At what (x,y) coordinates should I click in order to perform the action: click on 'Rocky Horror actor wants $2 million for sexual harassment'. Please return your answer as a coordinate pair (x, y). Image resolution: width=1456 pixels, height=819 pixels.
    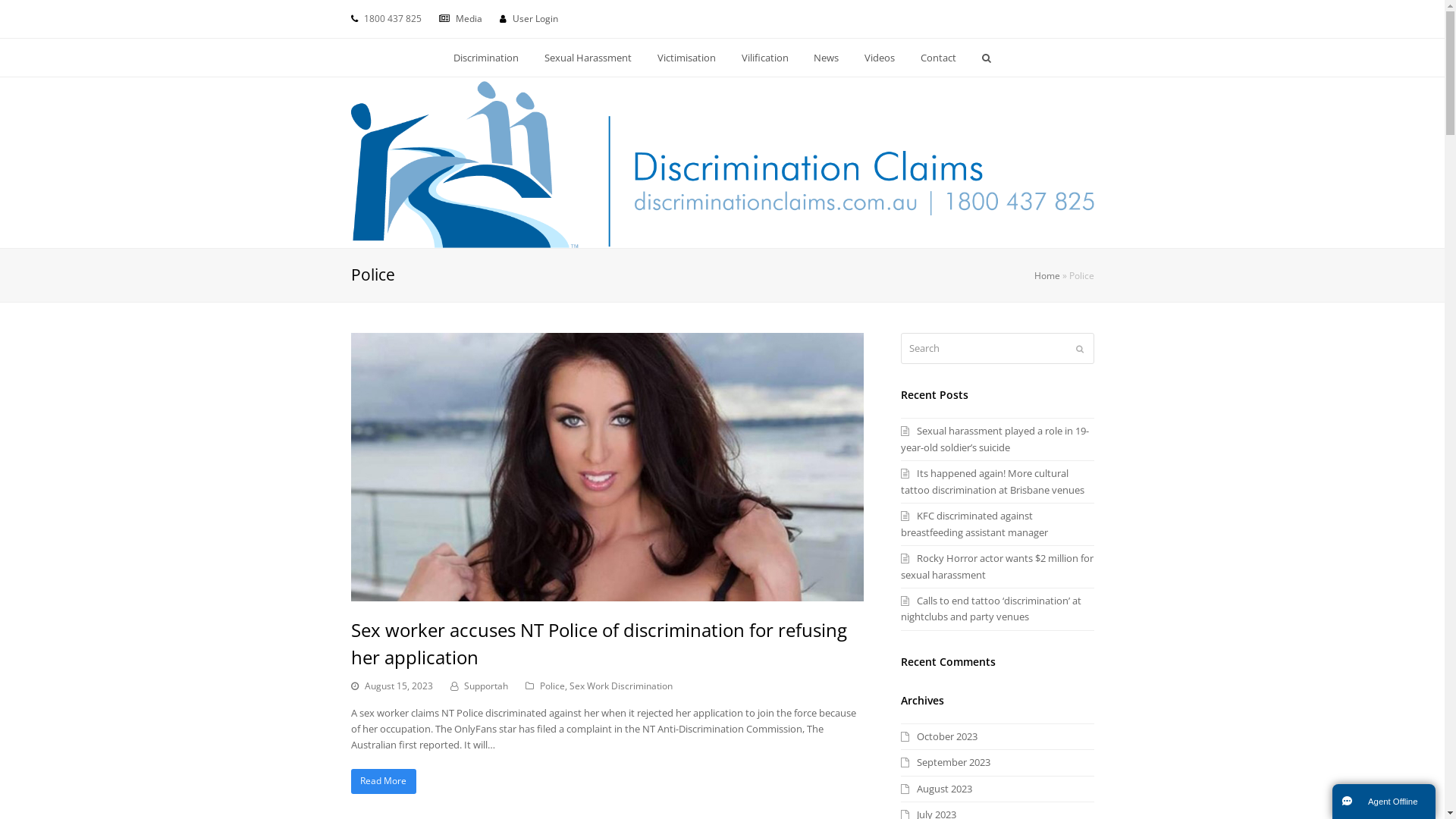
    Looking at the image, I should click on (997, 566).